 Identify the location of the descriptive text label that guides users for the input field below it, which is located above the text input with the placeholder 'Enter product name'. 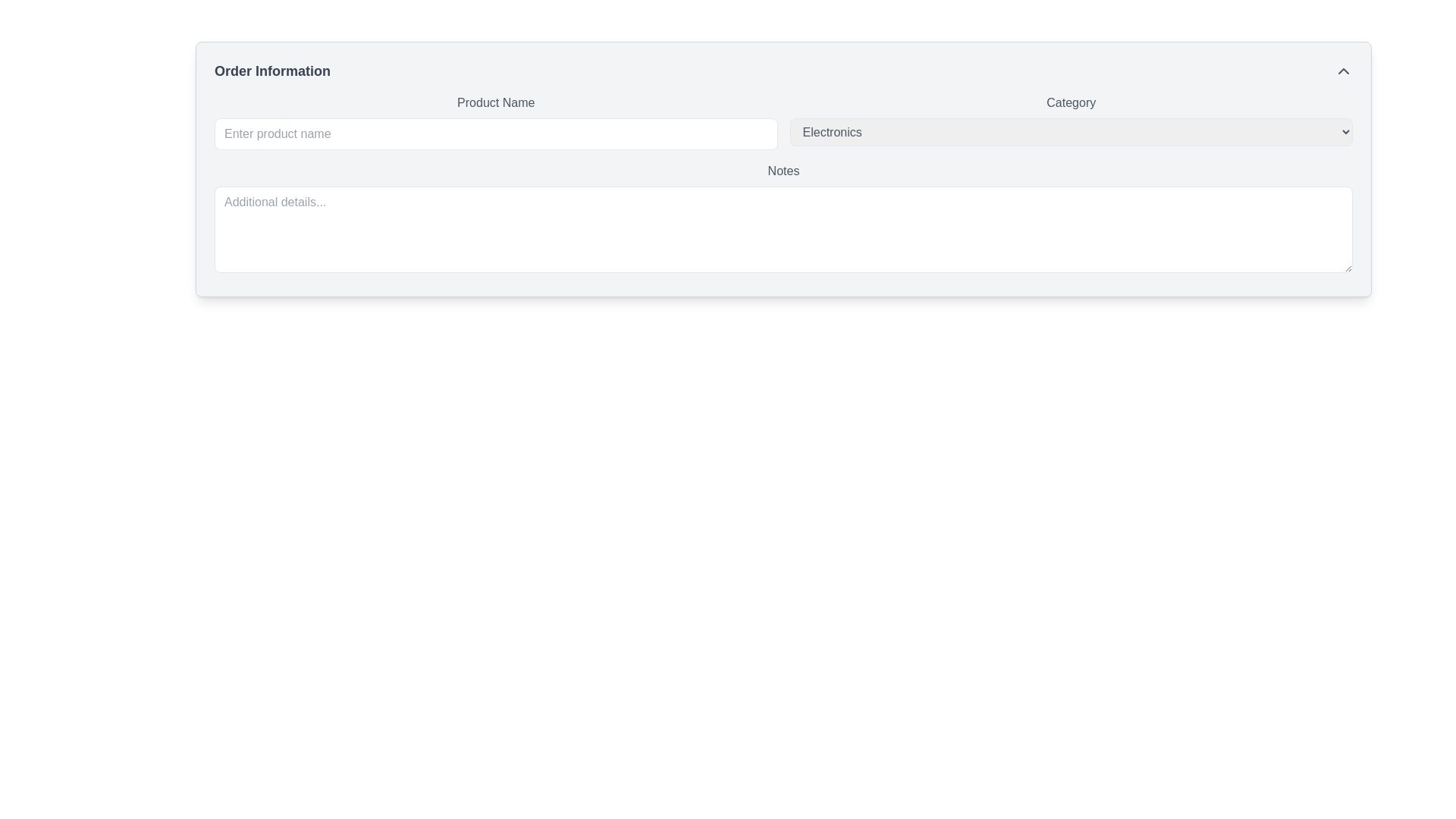
(496, 102).